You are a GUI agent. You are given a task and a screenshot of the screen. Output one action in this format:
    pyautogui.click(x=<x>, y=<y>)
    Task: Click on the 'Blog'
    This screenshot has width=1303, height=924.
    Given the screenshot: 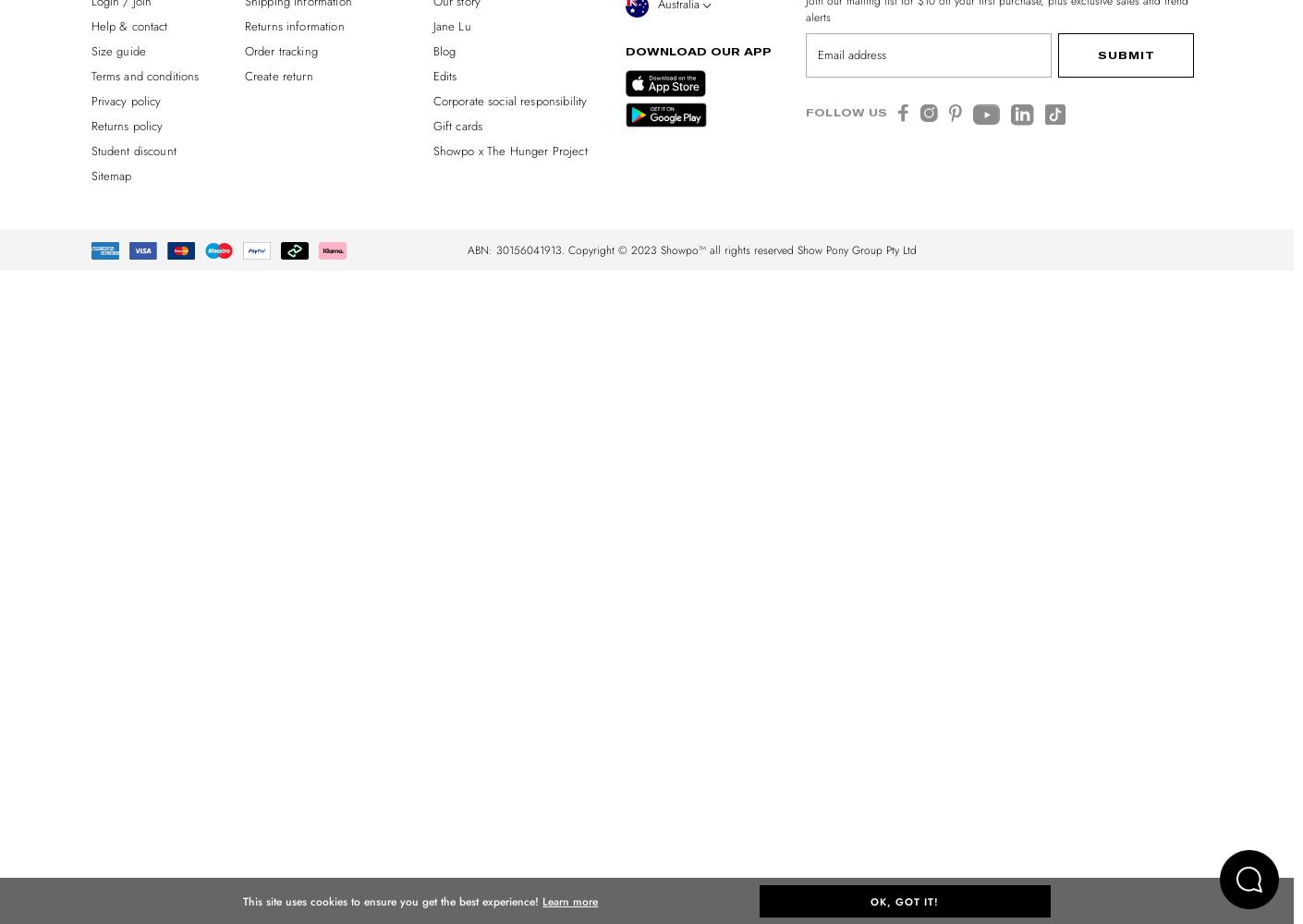 What is the action you would take?
    pyautogui.click(x=443, y=50)
    